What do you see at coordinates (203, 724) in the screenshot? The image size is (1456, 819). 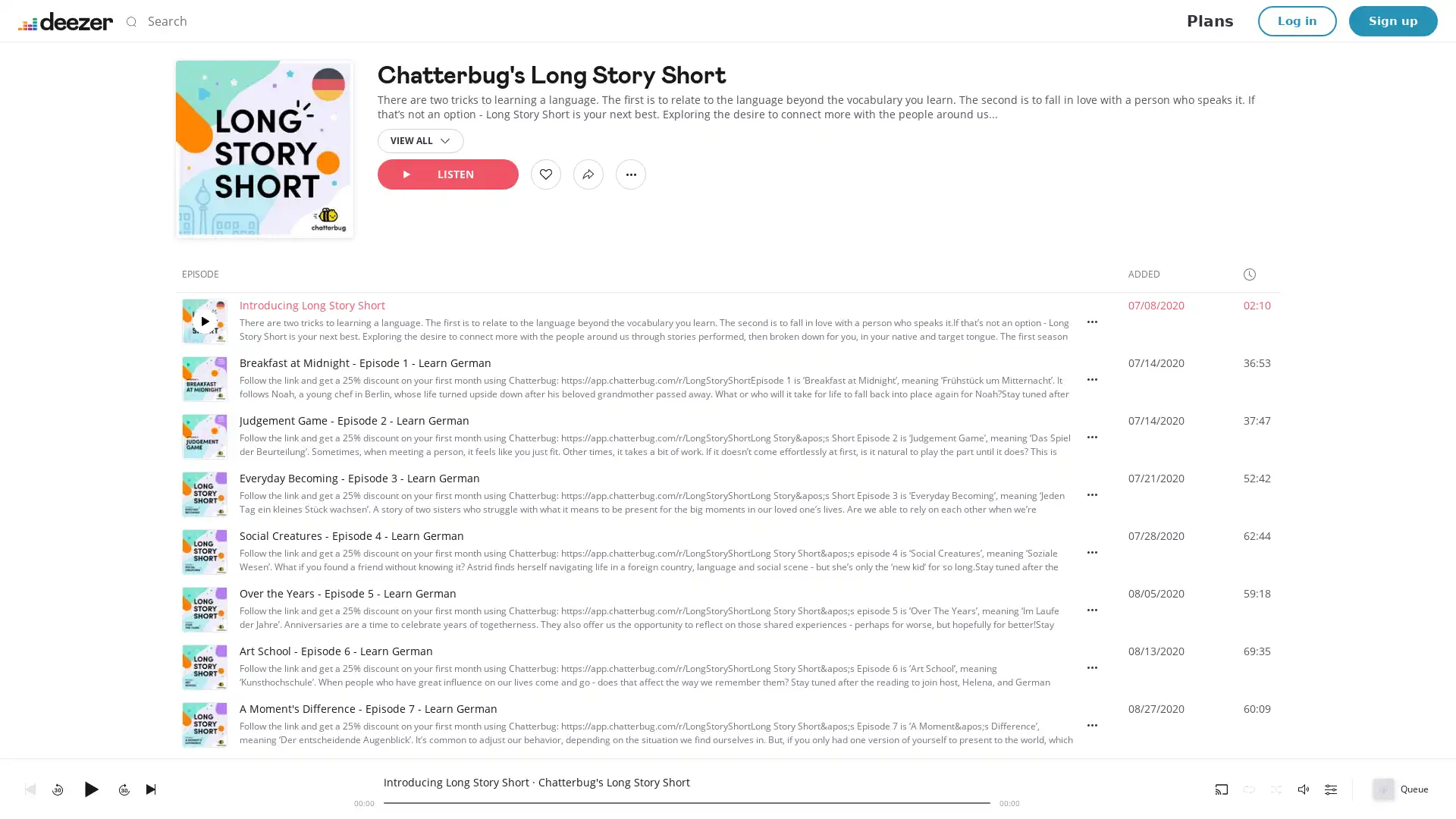 I see `Play A Moment's Difference - Episode 7 - Learn German by Chatterbug's Long Story Short` at bounding box center [203, 724].